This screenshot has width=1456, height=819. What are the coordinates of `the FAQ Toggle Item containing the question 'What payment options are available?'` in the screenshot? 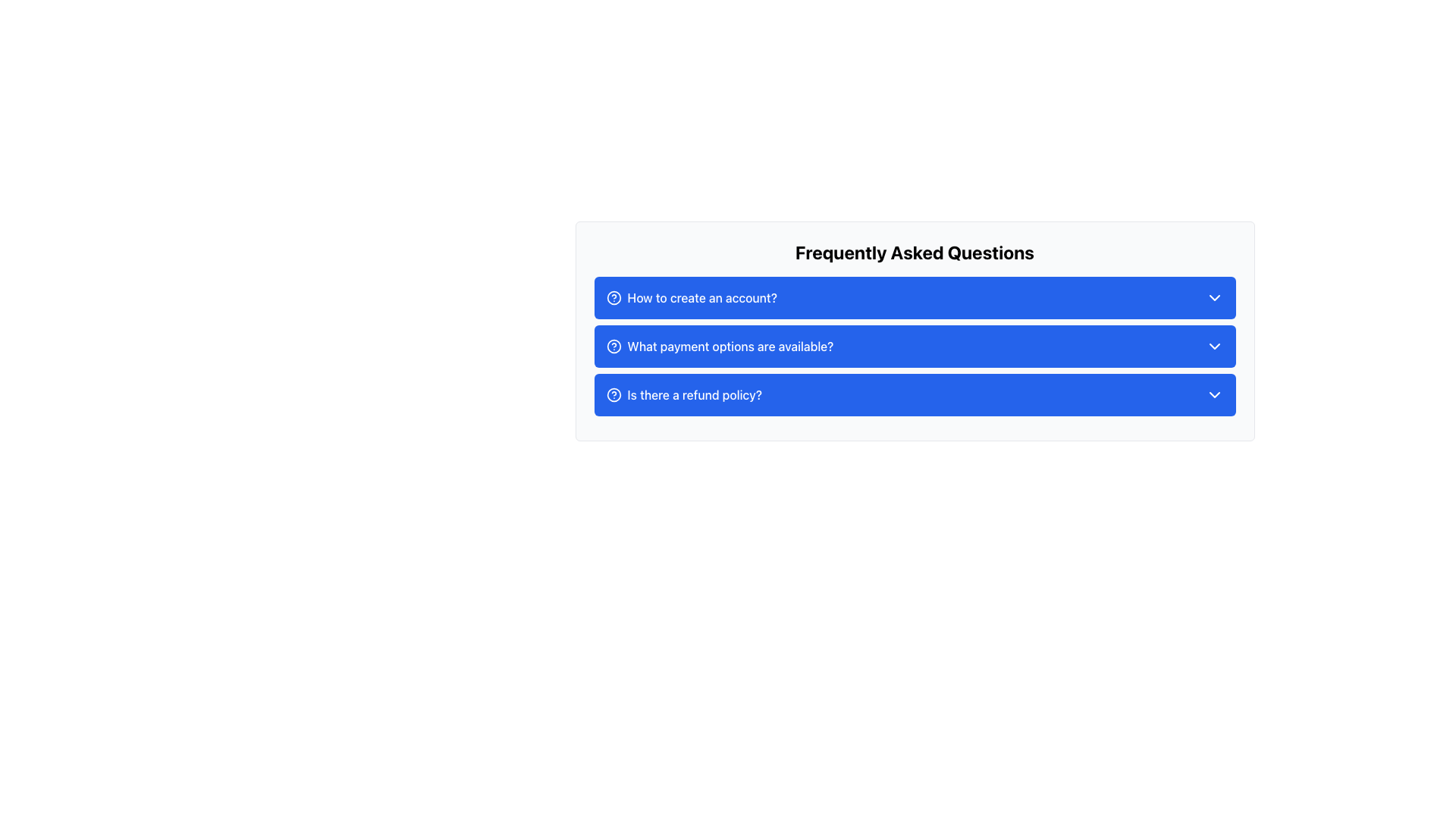 It's located at (914, 346).